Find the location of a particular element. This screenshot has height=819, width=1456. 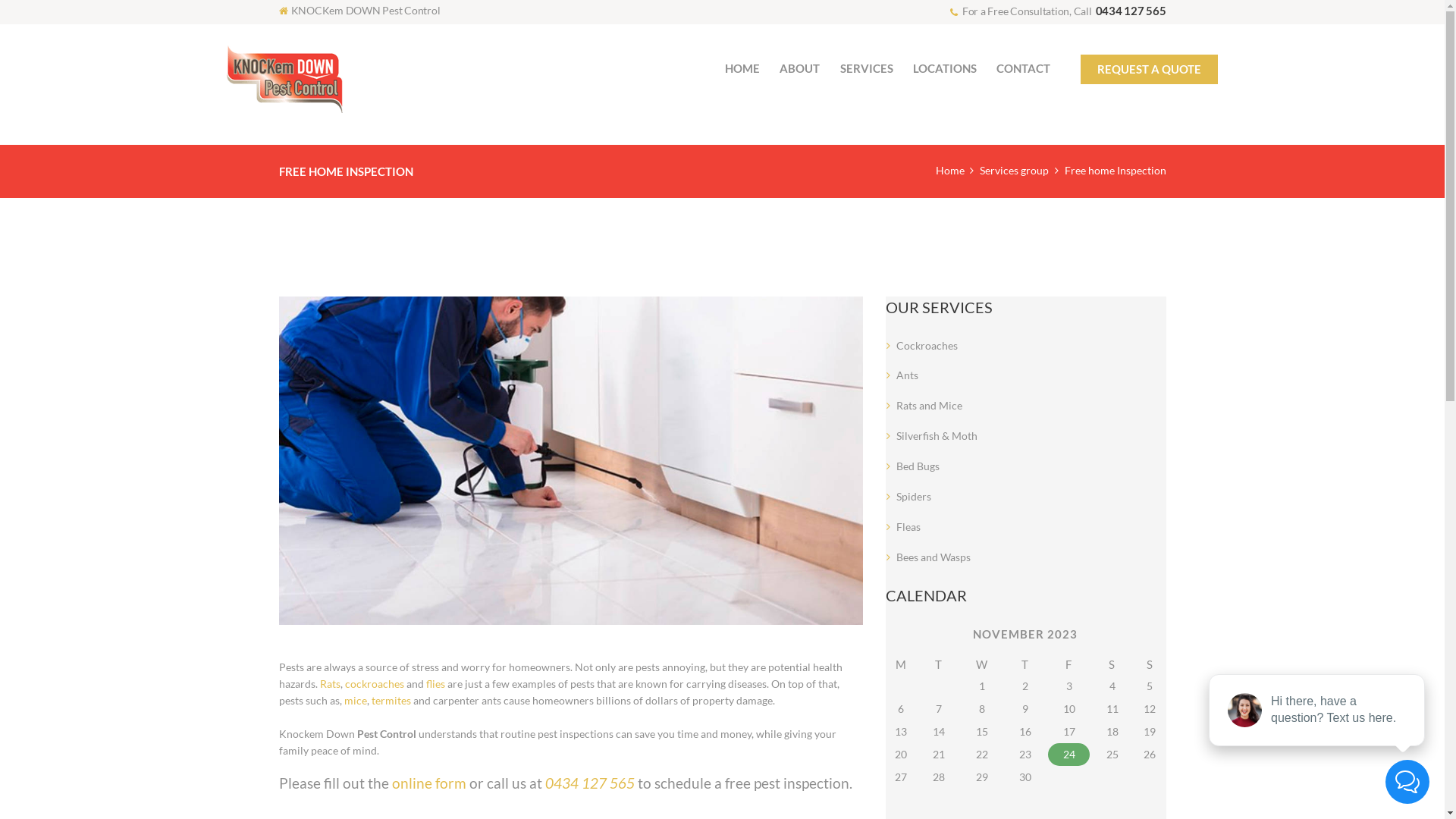

'Silverfish & Moth' is located at coordinates (936, 435).